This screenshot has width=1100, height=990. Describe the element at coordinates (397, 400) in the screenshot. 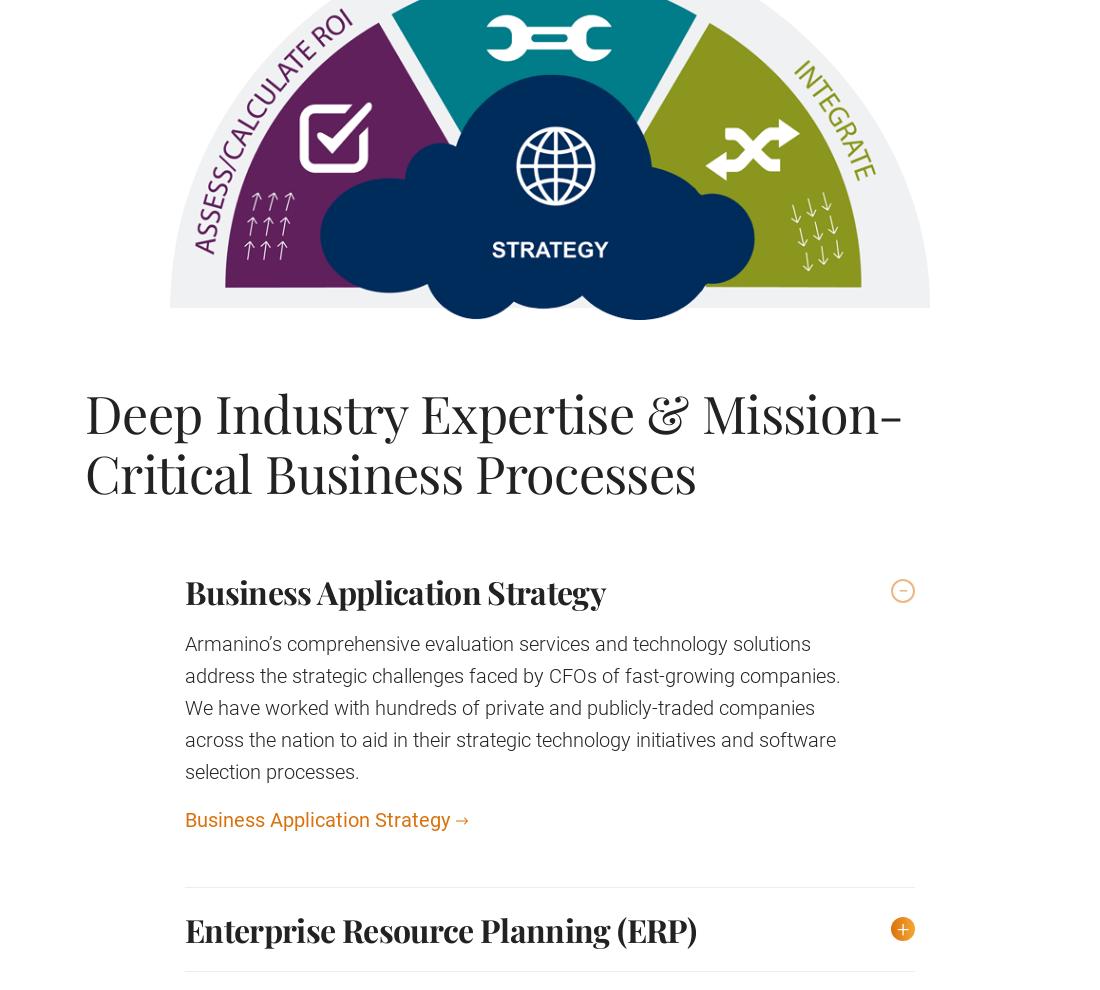

I see `'We are always looking for talented people to join our firm.'` at that location.